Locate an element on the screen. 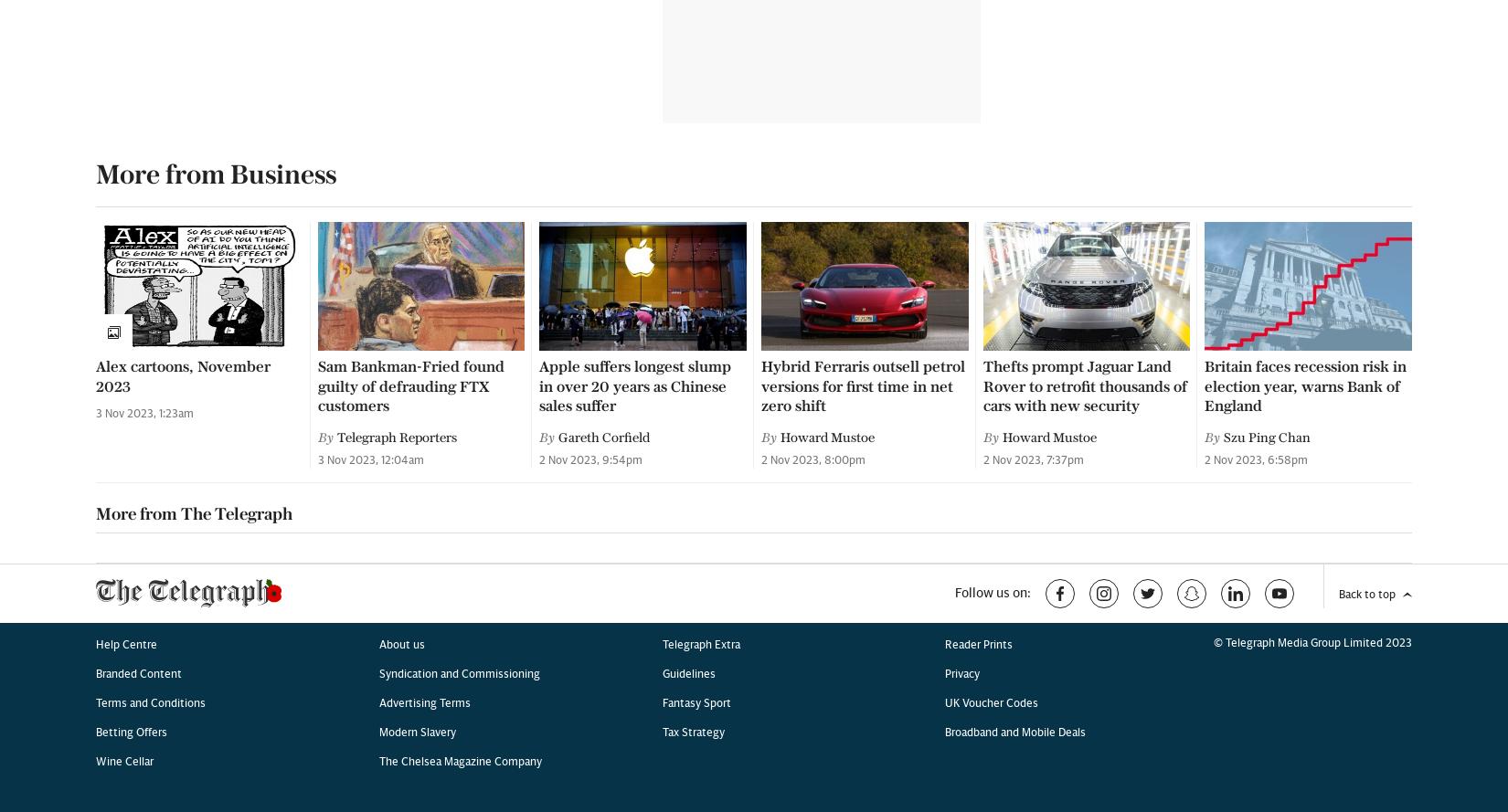 This screenshot has width=1508, height=812. 'Syndication and Commissioning' is located at coordinates (457, 109).